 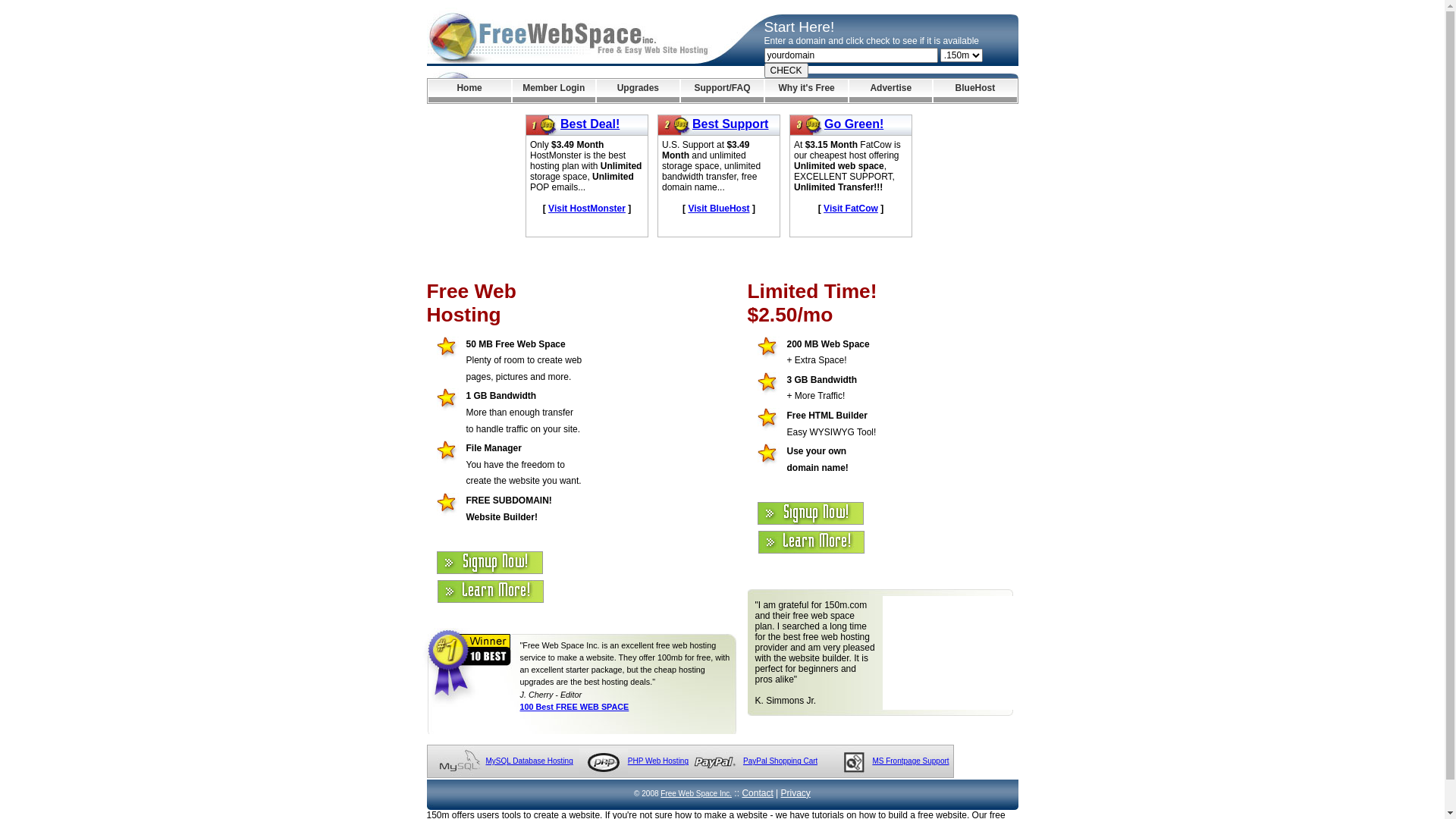 I want to click on 'Why it's Free', so click(x=805, y=90).